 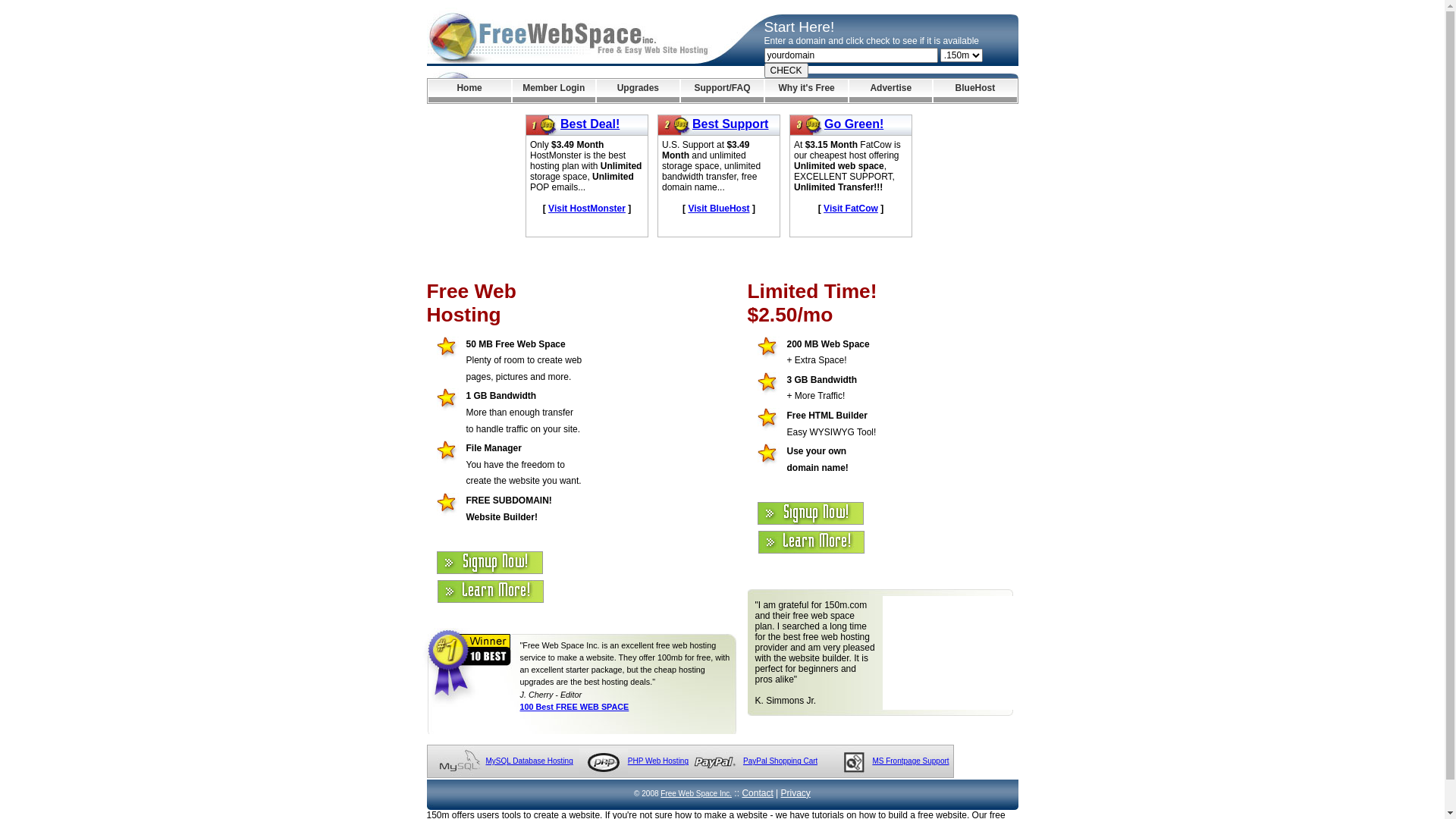 I want to click on 'Why it's Free', so click(x=805, y=90).